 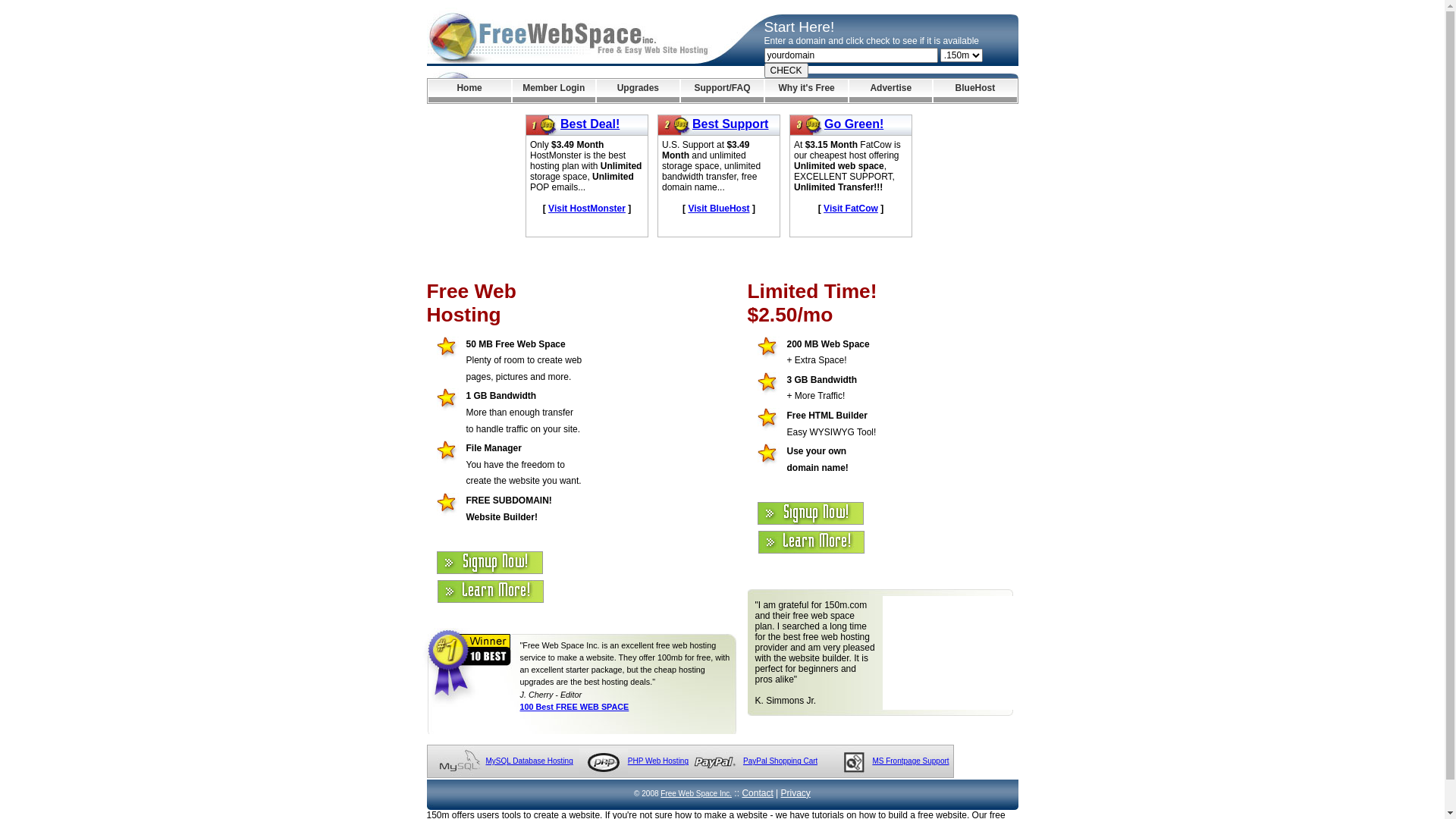 I want to click on 'Why it's Free', so click(x=805, y=90).